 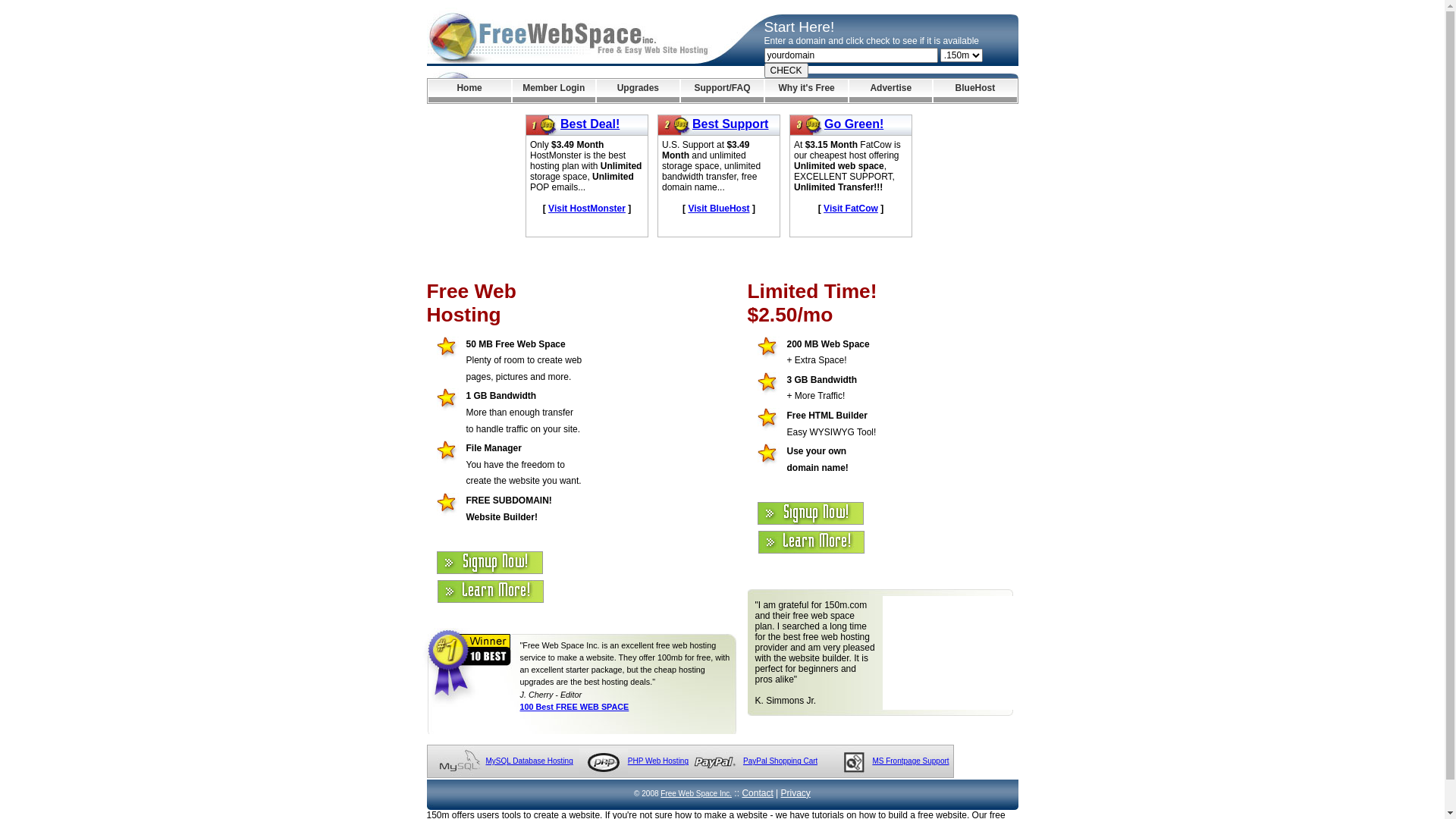 I want to click on 'Why it's Free', so click(x=805, y=90).